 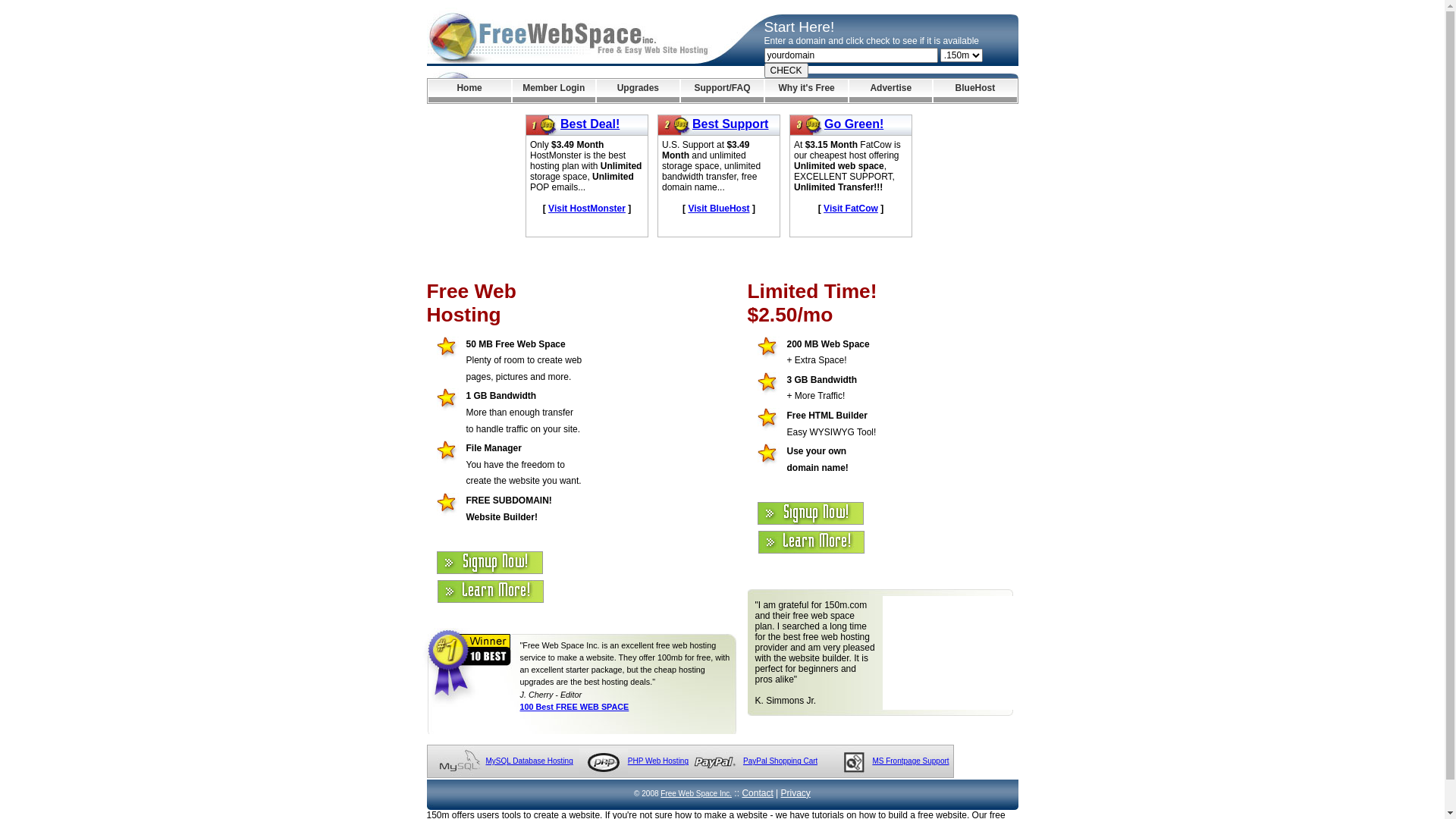 I want to click on 'Why it's Free', so click(x=805, y=90).